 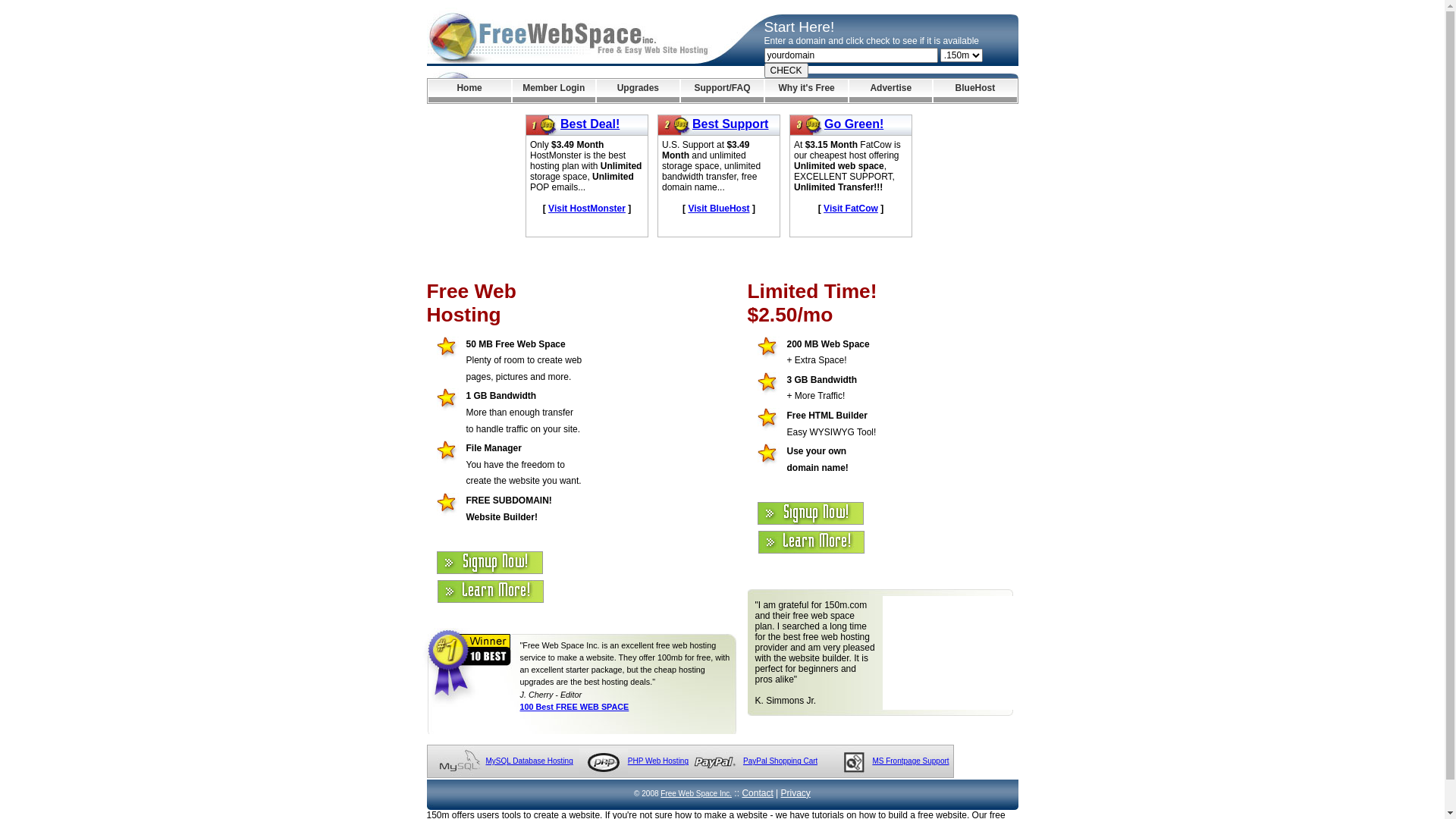 I want to click on 'Why it's Free', so click(x=805, y=90).